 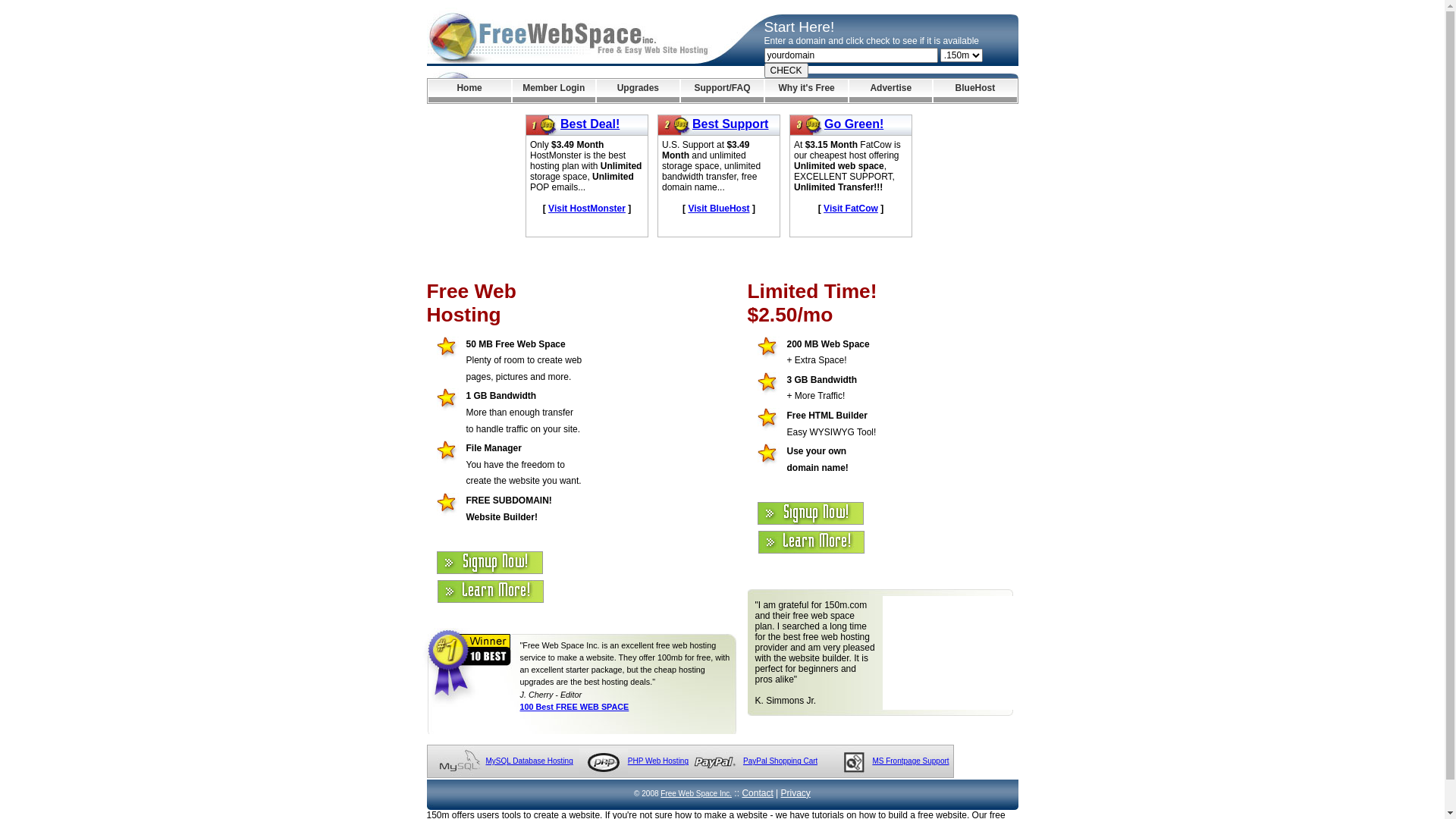 I want to click on 'Why it's Free', so click(x=805, y=90).